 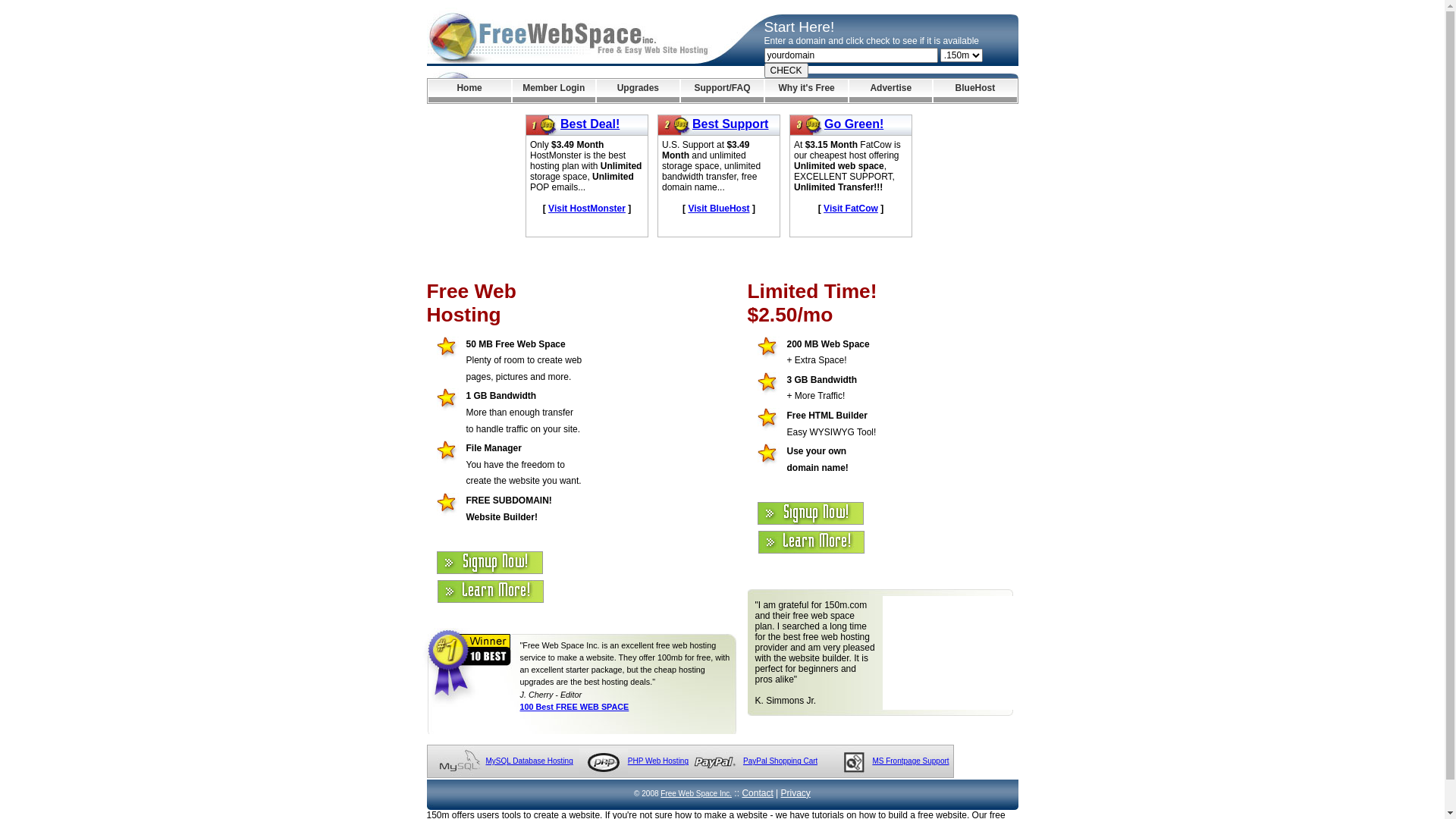 I want to click on 'Why it's Free', so click(x=805, y=90).